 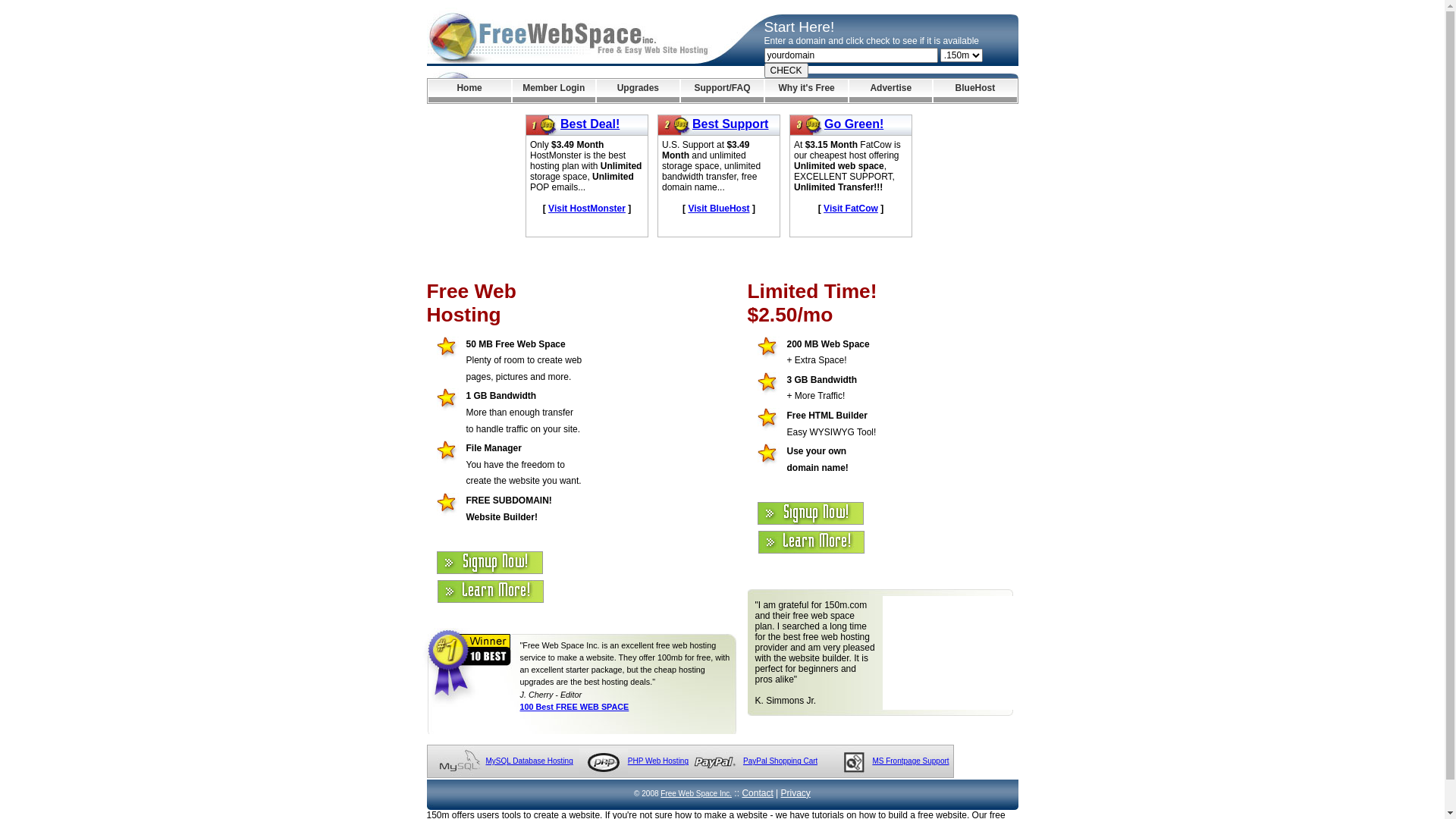 I want to click on 'Why it's Free', so click(x=805, y=90).